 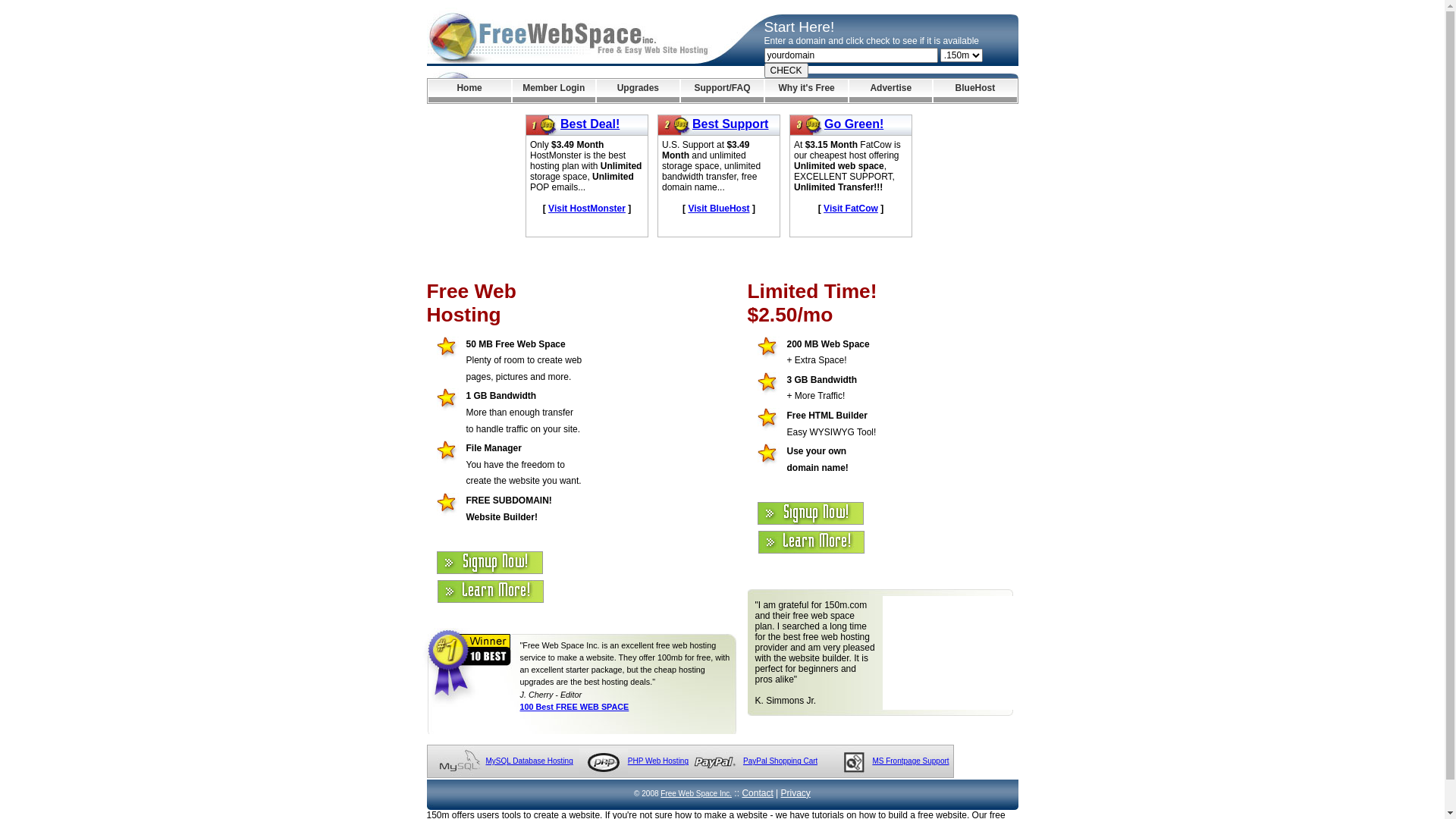 I want to click on 'Why it's Free', so click(x=805, y=90).